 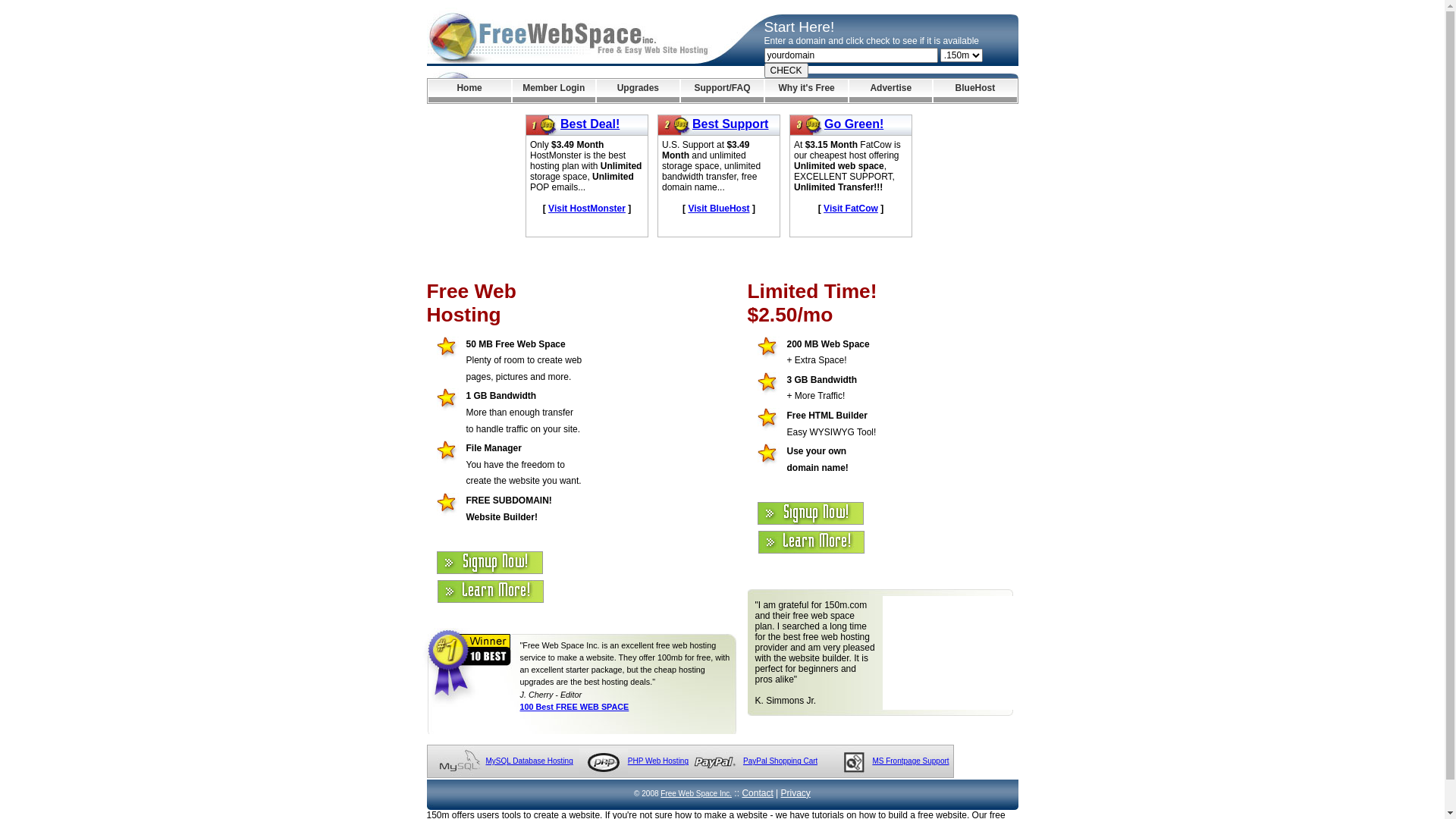 I want to click on 'Why it's Free', so click(x=805, y=90).